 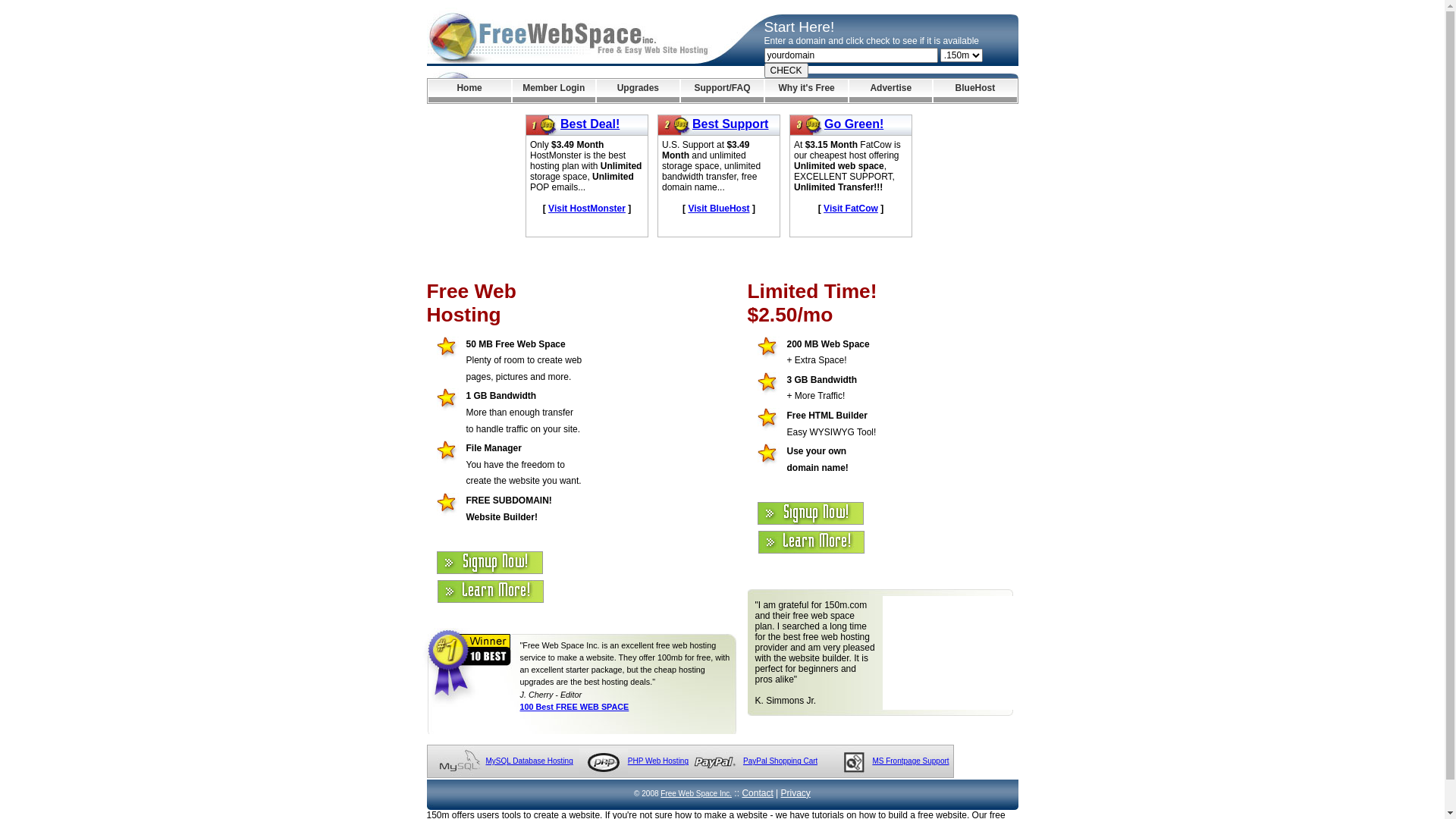 I want to click on 'Why it's Free', so click(x=805, y=90).